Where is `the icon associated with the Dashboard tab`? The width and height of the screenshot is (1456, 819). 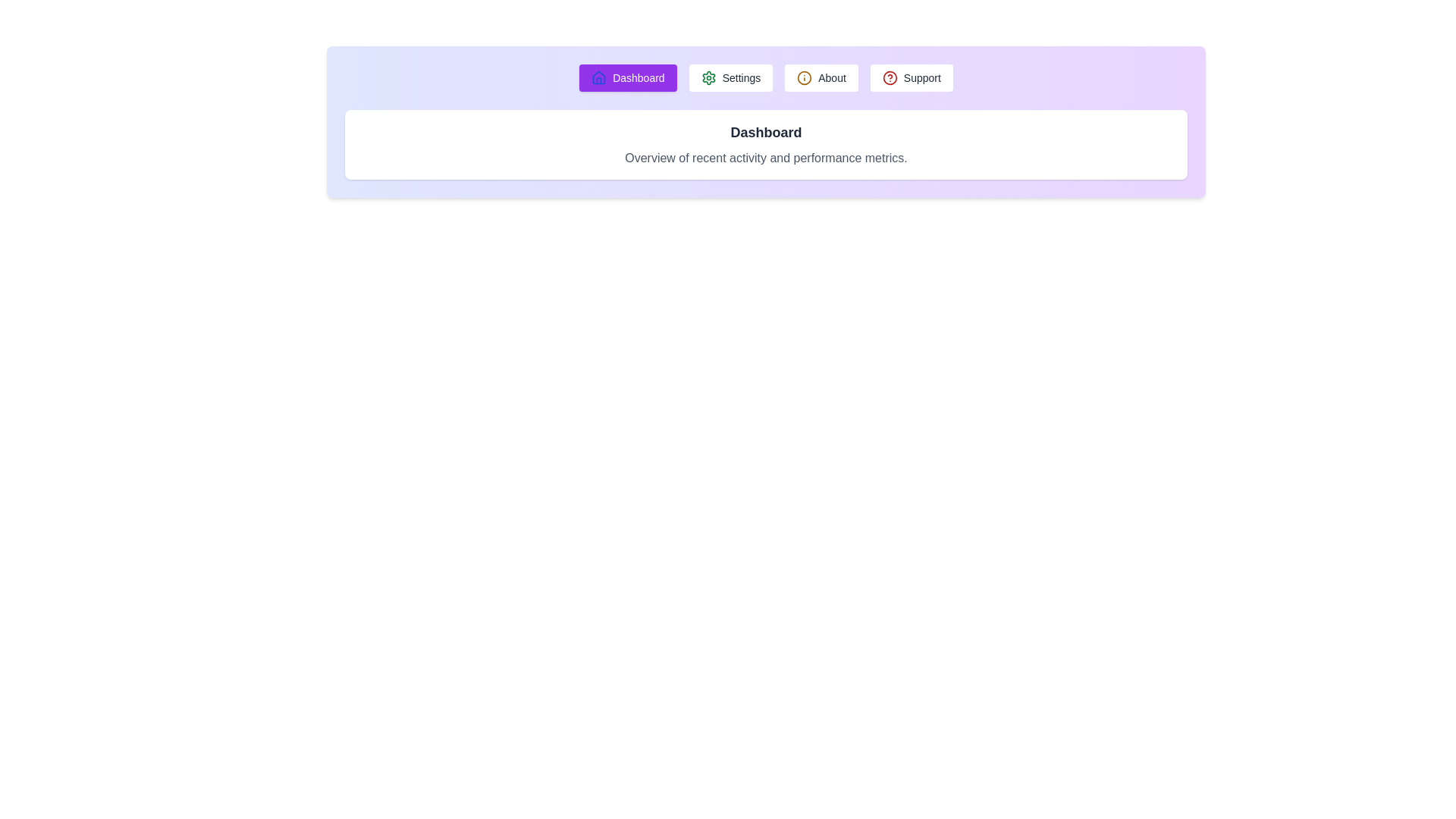 the icon associated with the Dashboard tab is located at coordinates (598, 78).